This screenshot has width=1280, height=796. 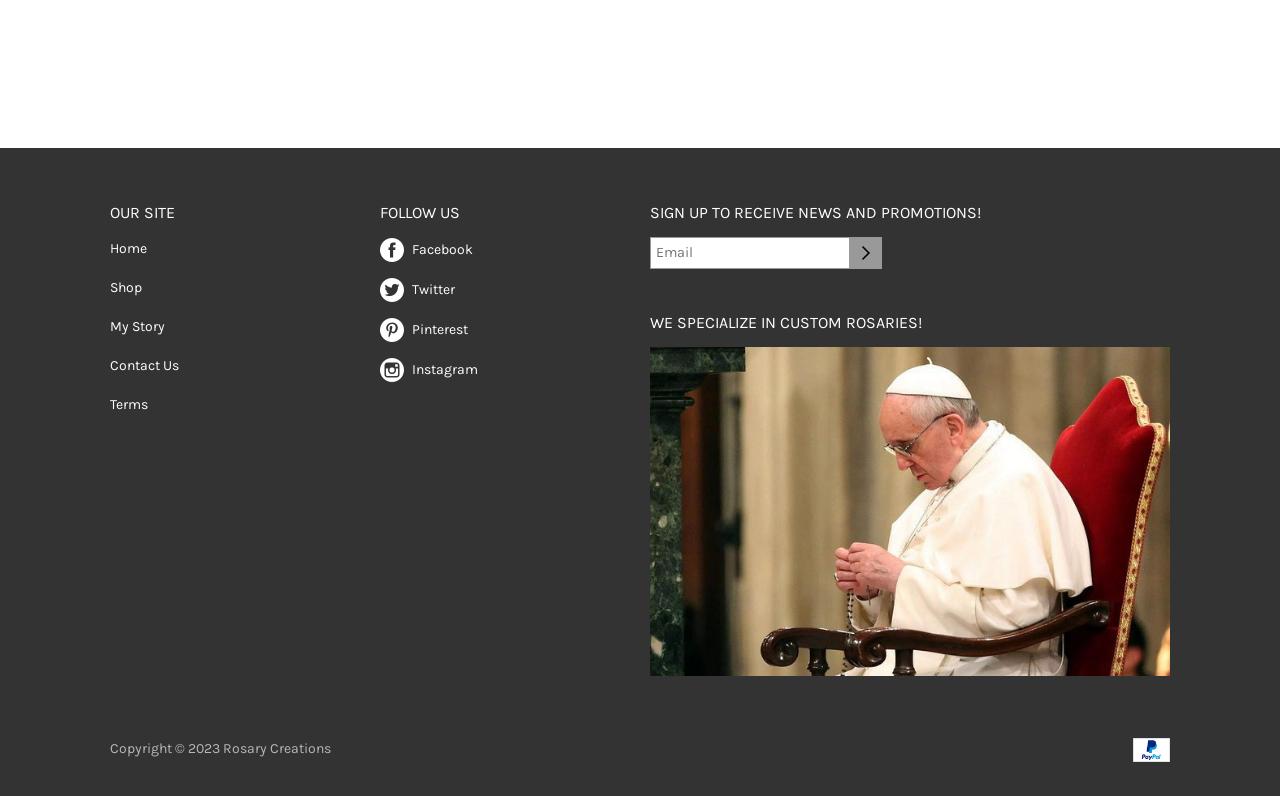 What do you see at coordinates (444, 368) in the screenshot?
I see `'Instagram'` at bounding box center [444, 368].